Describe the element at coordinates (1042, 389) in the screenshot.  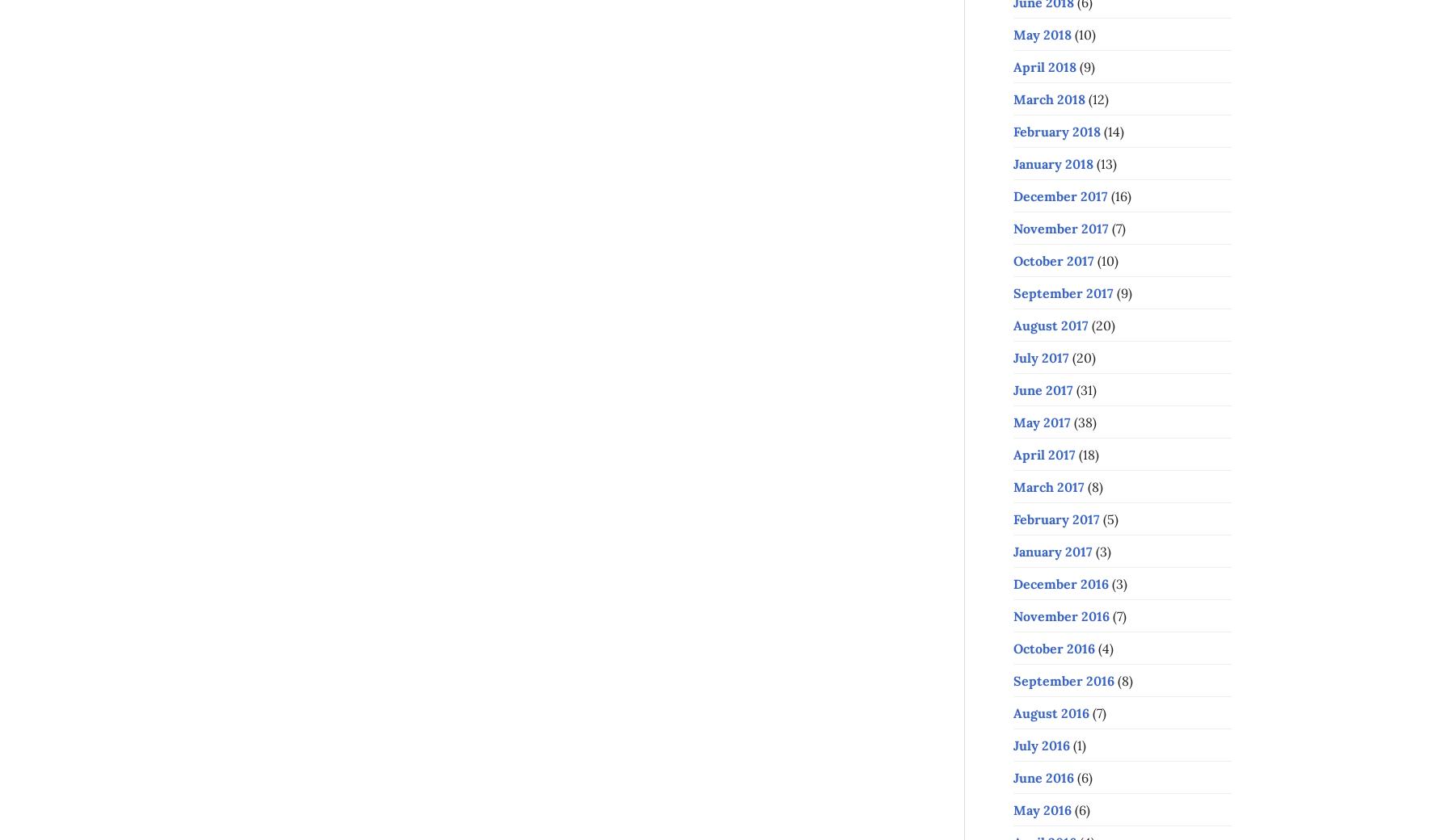
I see `'June 2017'` at that location.